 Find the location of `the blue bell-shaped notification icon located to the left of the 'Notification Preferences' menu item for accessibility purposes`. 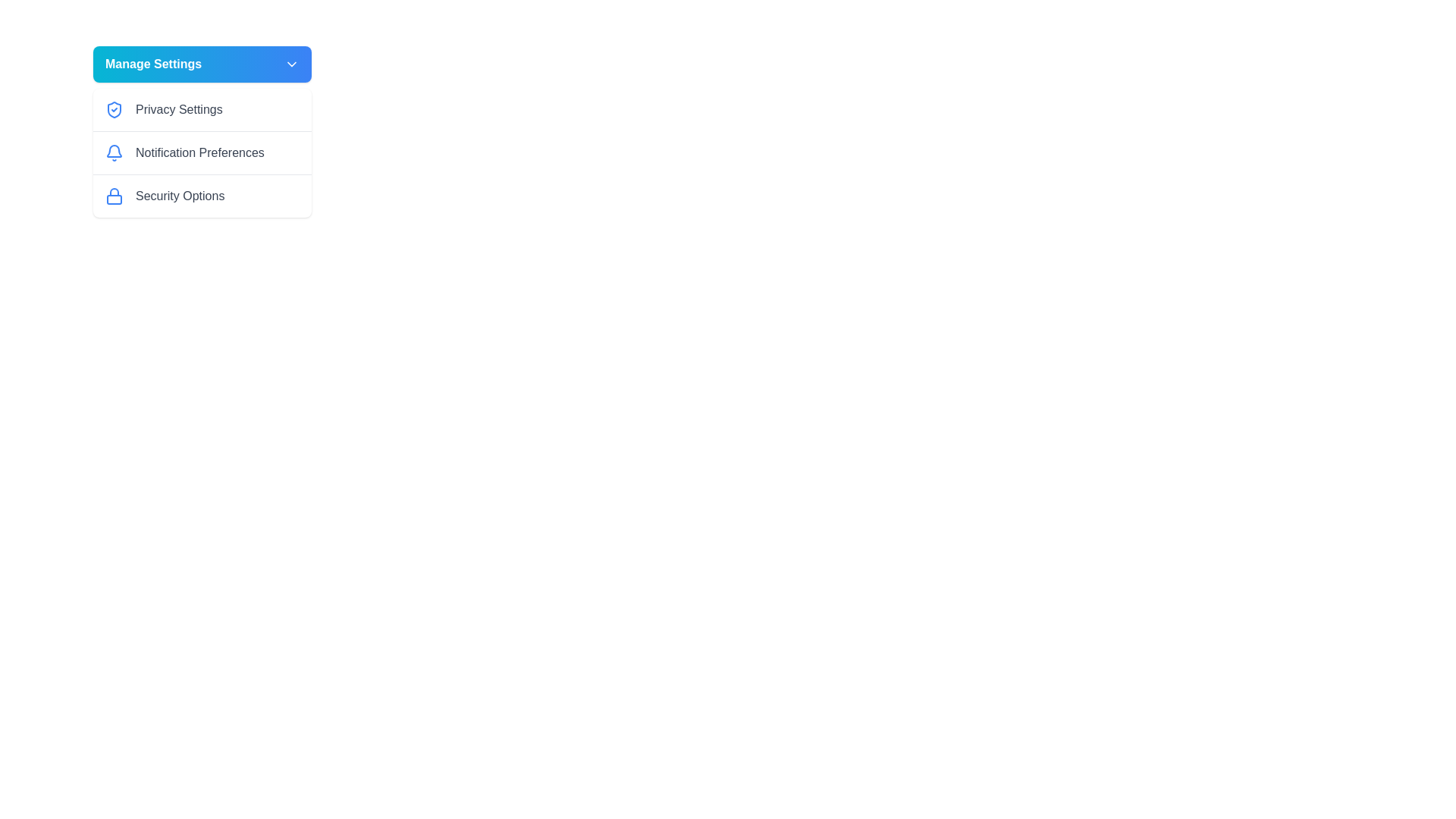

the blue bell-shaped notification icon located to the left of the 'Notification Preferences' menu item for accessibility purposes is located at coordinates (113, 152).